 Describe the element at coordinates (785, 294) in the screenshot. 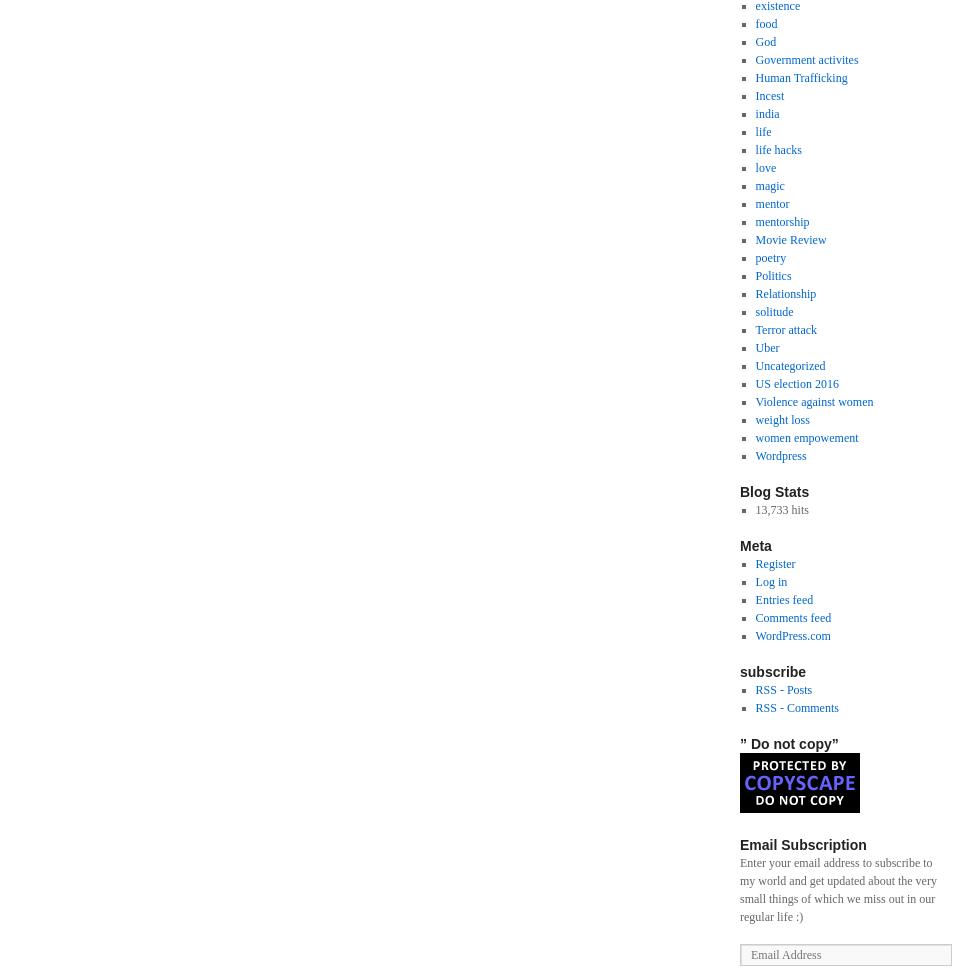

I see `'Relationship'` at that location.